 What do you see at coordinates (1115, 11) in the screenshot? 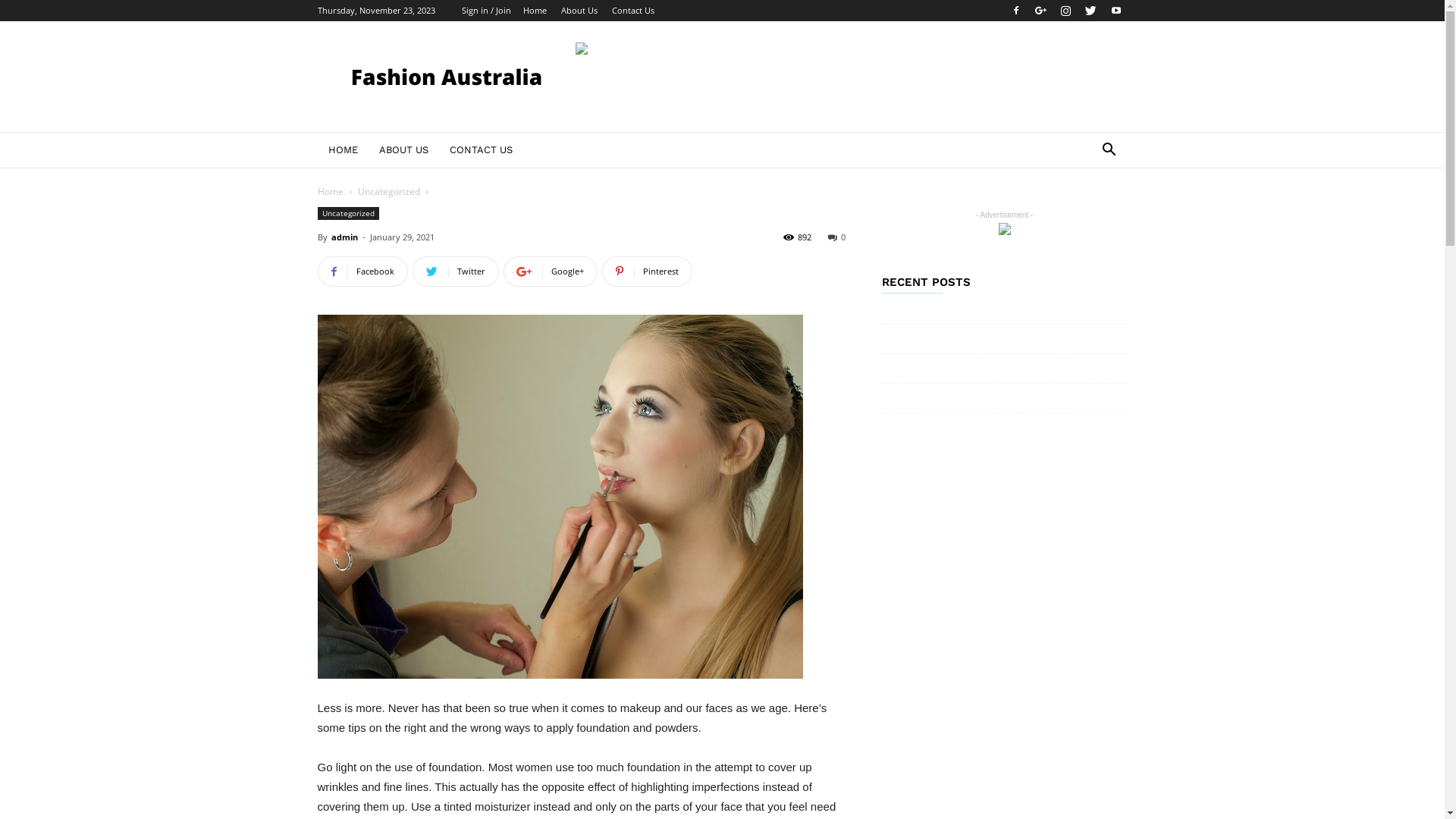
I see `'Youtube'` at bounding box center [1115, 11].